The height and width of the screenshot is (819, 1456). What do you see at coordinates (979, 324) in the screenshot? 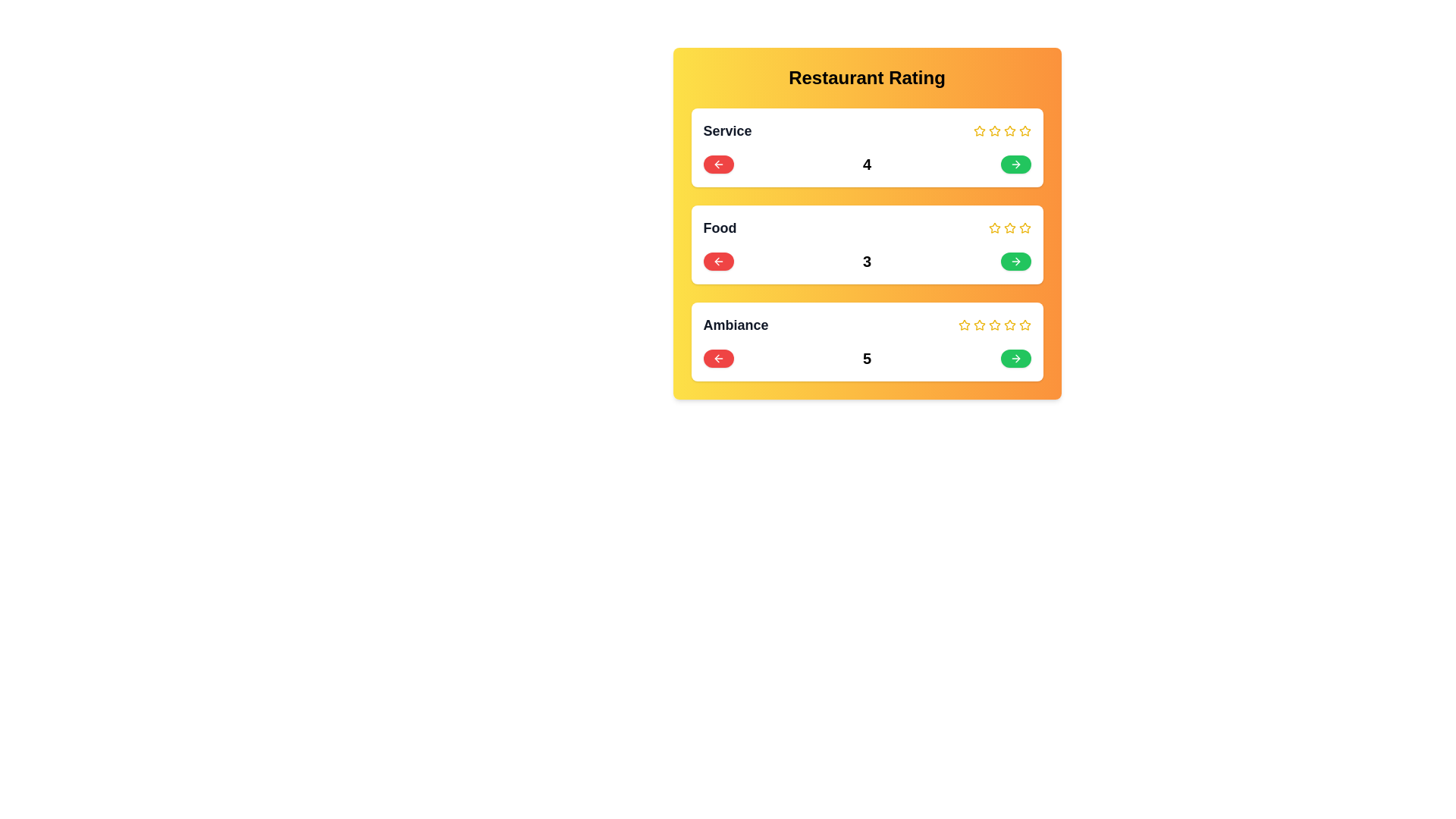
I see `the first star in the rating row for 'Ambiance' within the 'Restaurant Rating' card to rate` at bounding box center [979, 324].